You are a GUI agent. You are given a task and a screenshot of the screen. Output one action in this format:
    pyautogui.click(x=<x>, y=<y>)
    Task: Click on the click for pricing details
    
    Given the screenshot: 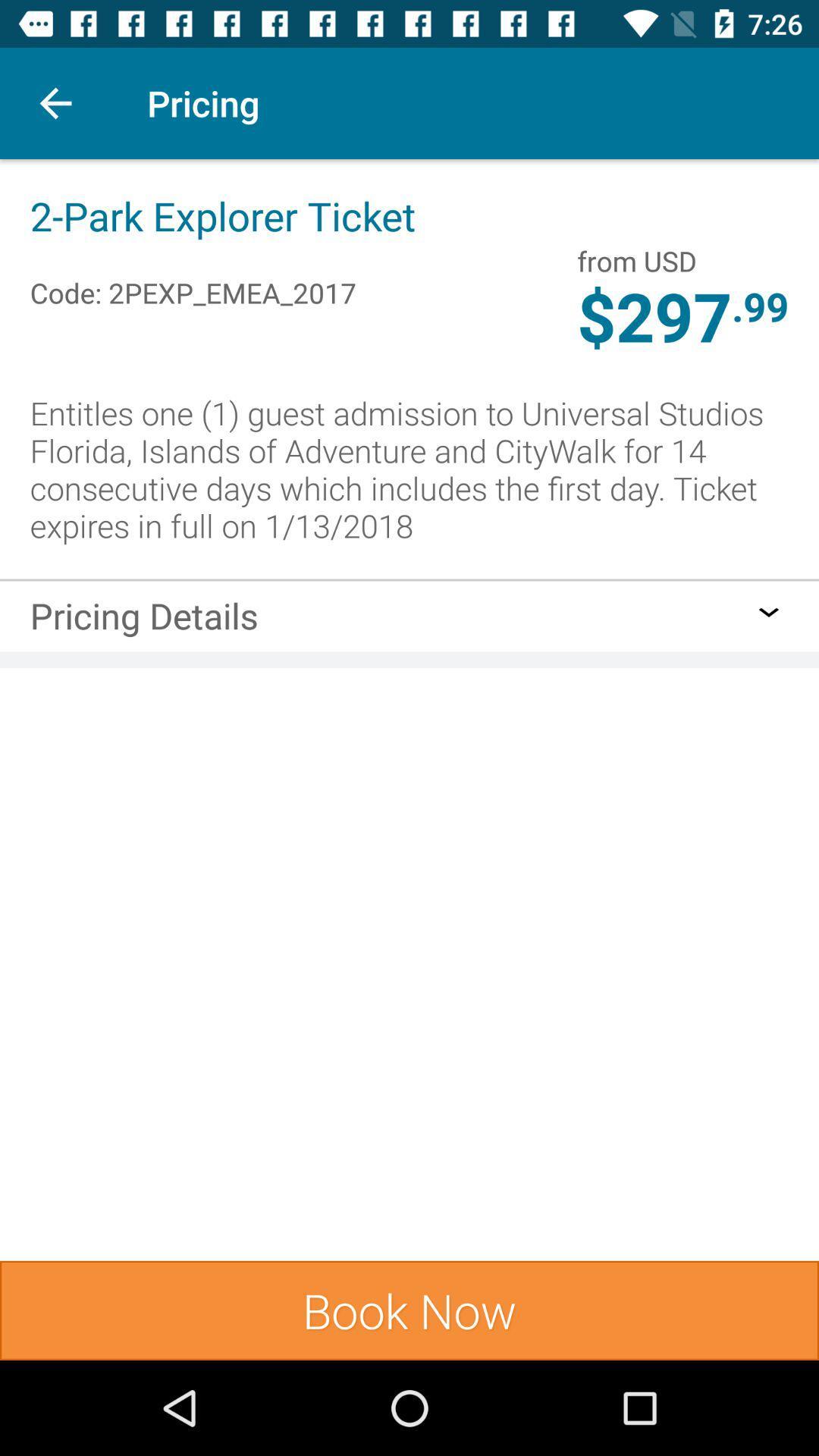 What is the action you would take?
    pyautogui.click(x=769, y=612)
    